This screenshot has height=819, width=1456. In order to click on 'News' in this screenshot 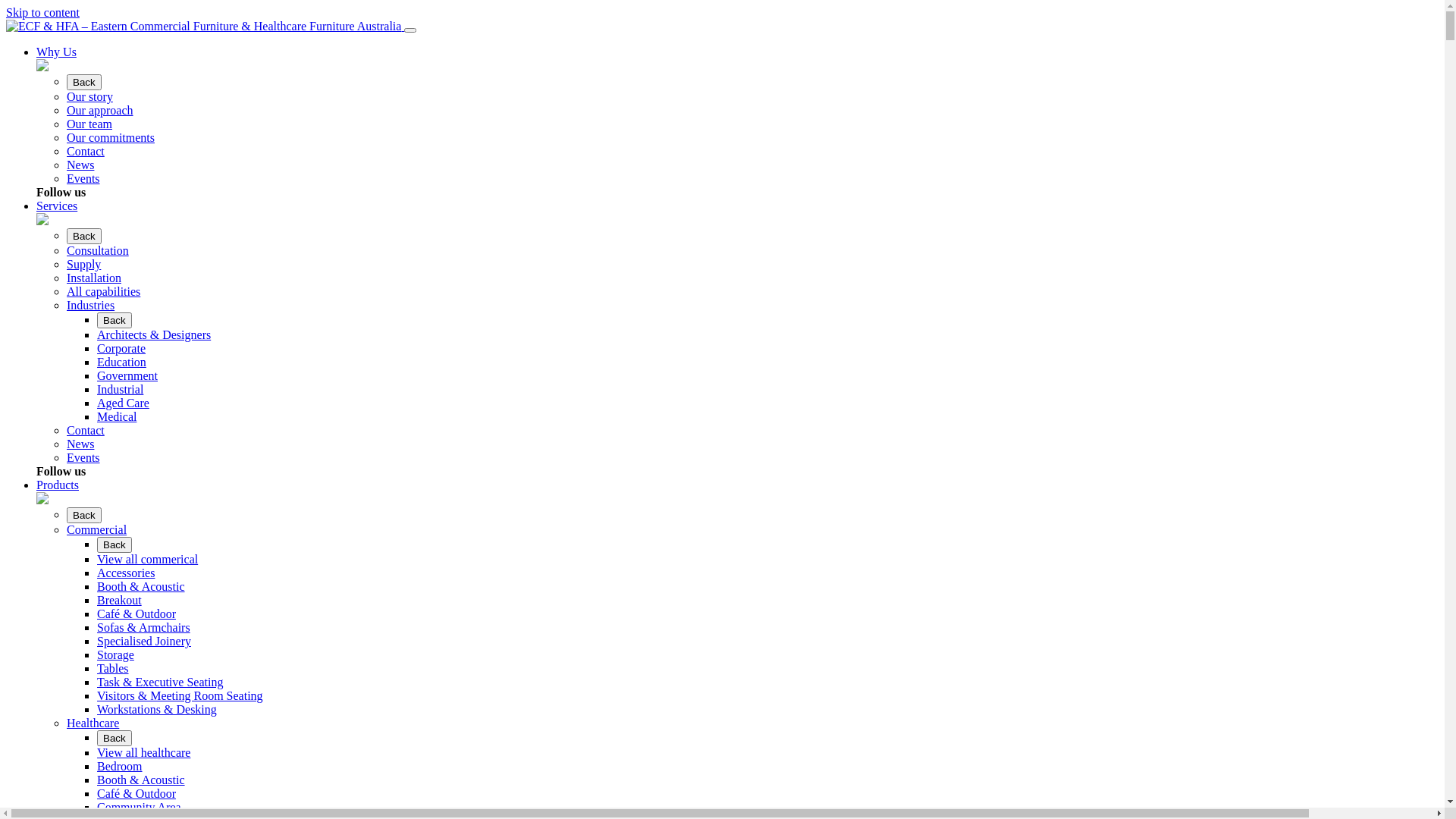, I will do `click(65, 444)`.